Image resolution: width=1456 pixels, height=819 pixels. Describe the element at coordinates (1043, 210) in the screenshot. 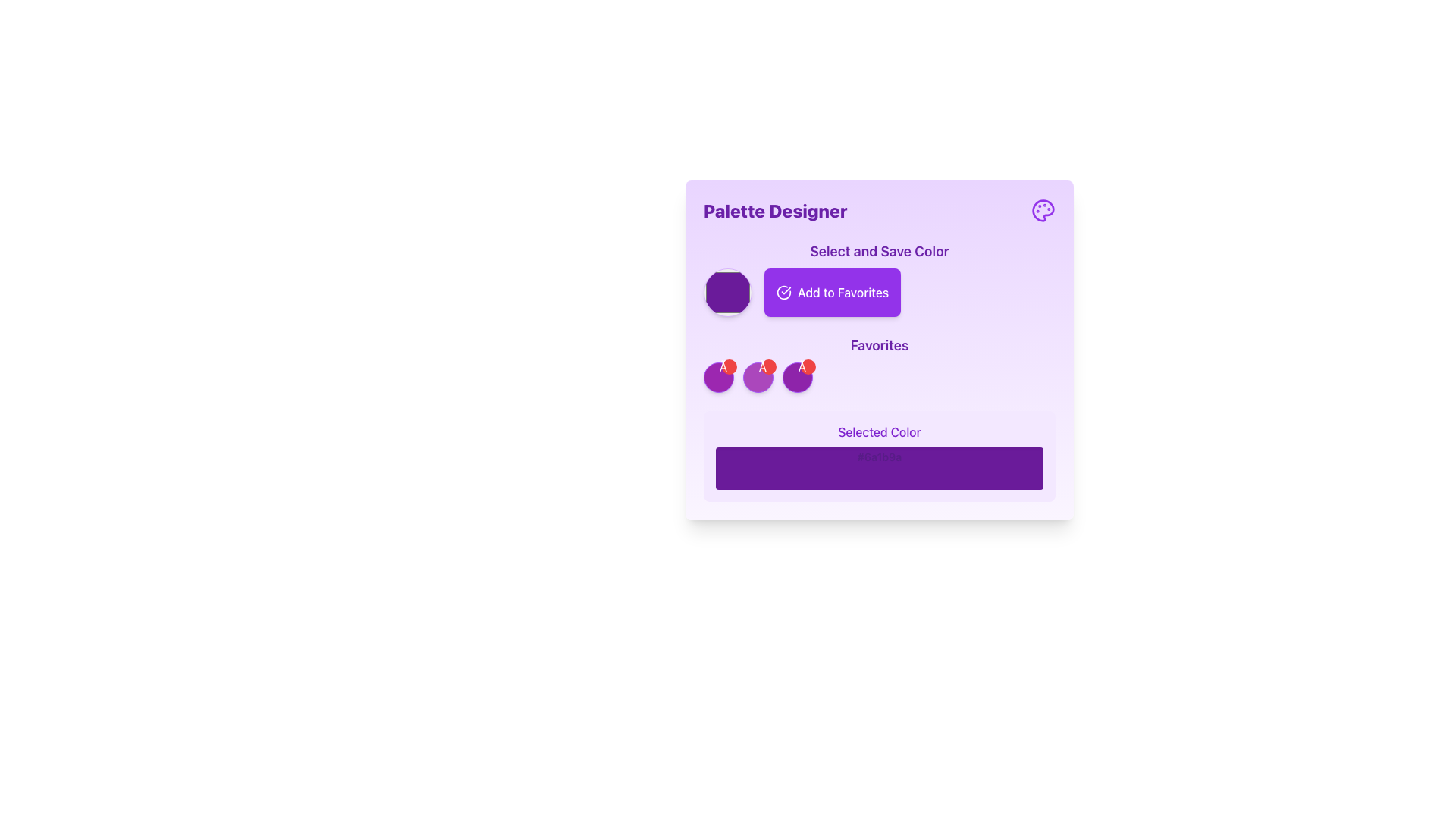

I see `the central area of the painter's palette icon, which is styled in solid purple and located at the top-right corner of the interactive area` at that location.